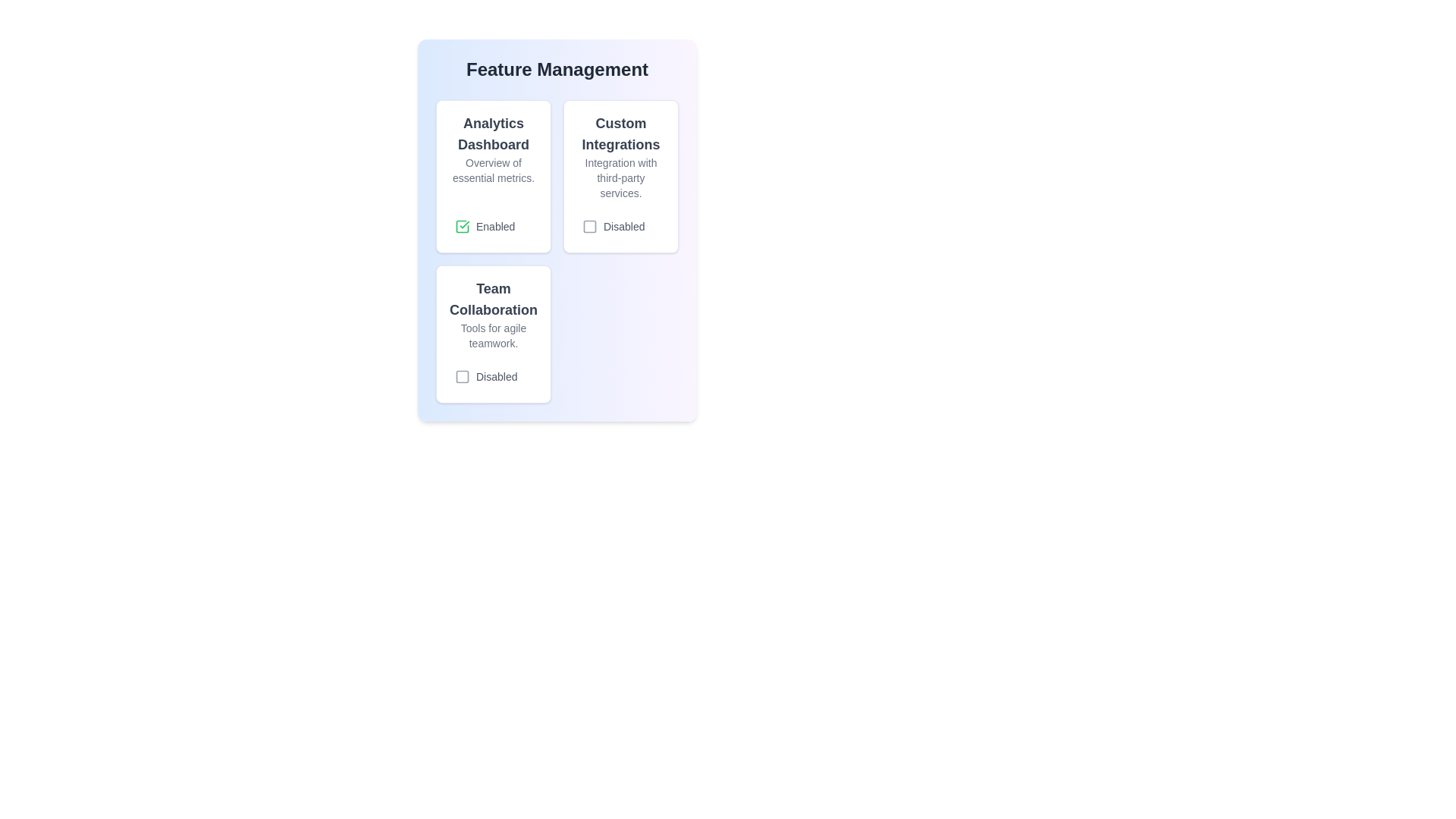 This screenshot has height=819, width=1456. I want to click on the checkbox indicating the state of the 'Disabled' label in the 'Team Collaboration' section, so click(461, 376).